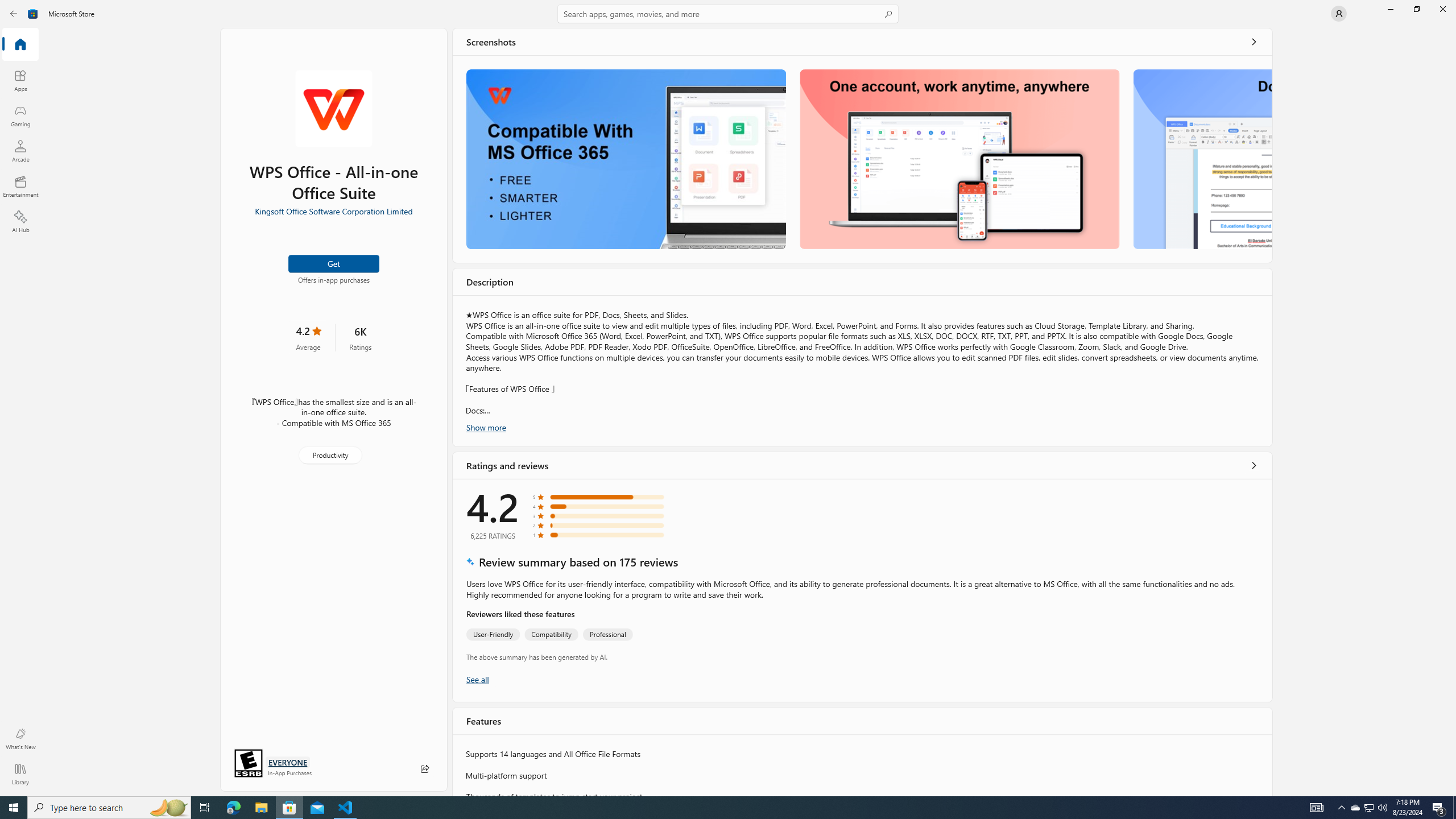 The width and height of the screenshot is (1456, 819). I want to click on 'Restore Microsoft Store', so click(1416, 9).